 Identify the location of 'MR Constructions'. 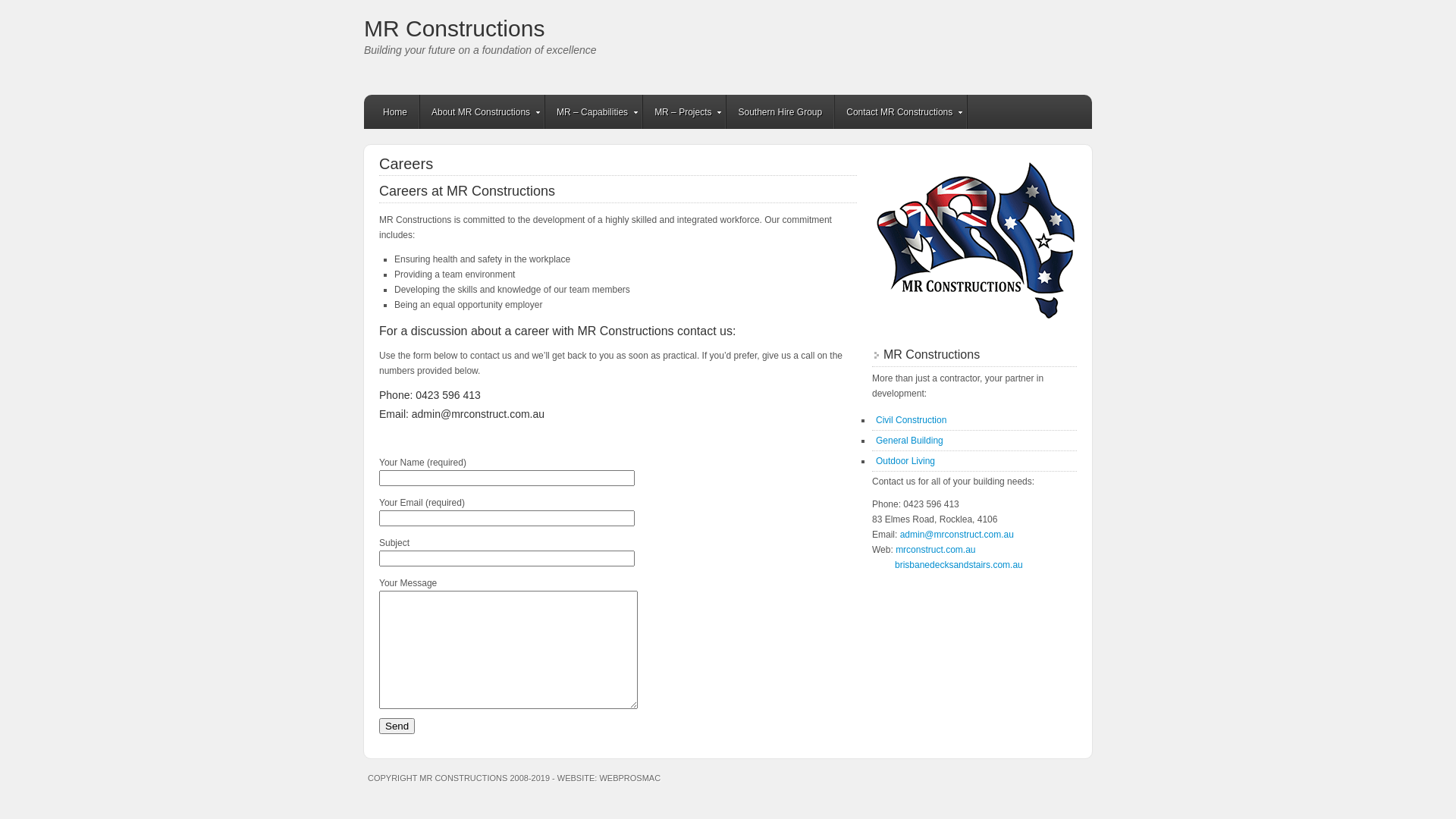
(453, 28).